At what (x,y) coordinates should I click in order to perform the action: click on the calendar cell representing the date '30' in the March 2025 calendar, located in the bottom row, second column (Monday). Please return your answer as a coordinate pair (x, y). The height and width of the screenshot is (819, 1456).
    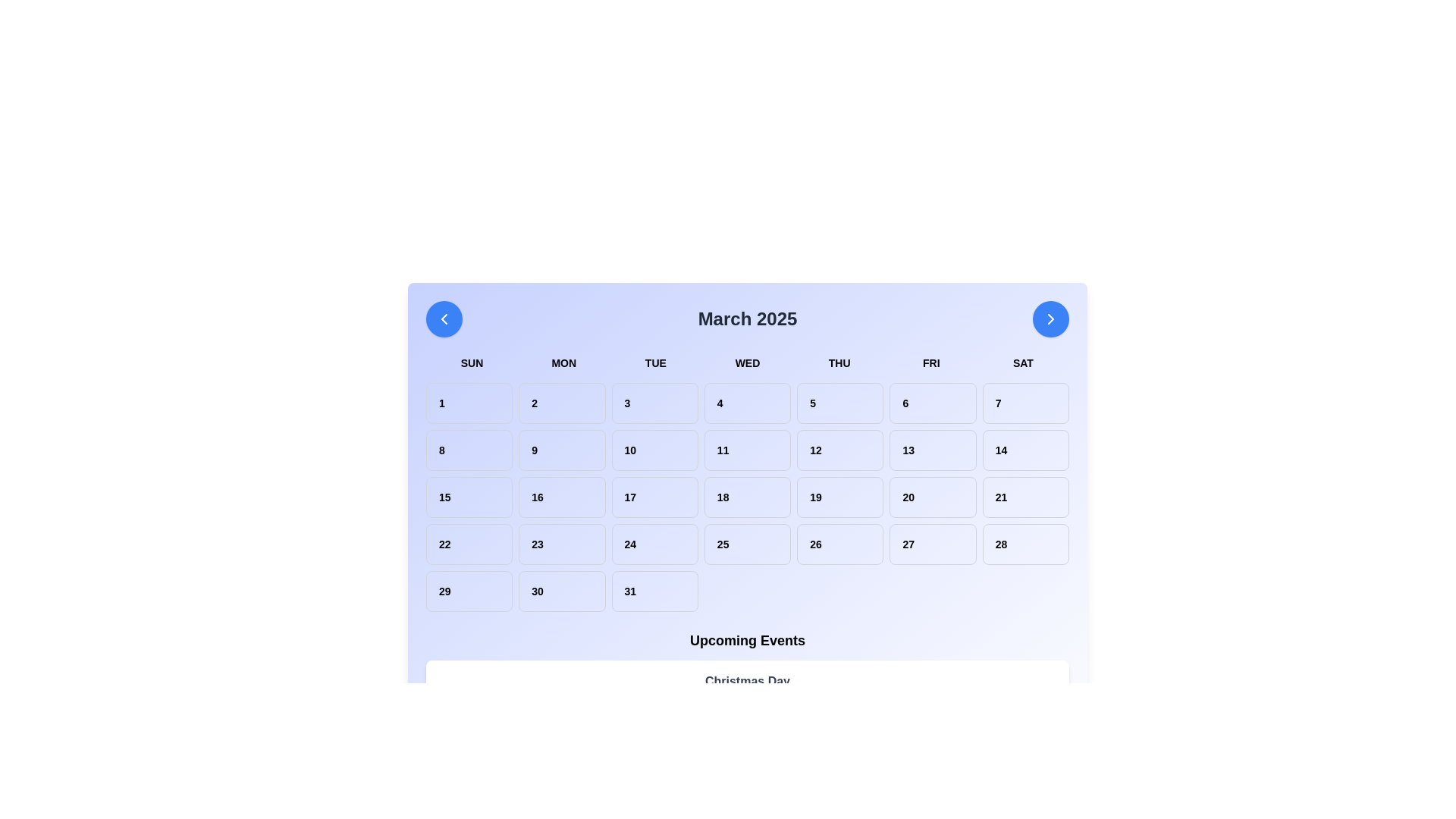
    Looking at the image, I should click on (561, 590).